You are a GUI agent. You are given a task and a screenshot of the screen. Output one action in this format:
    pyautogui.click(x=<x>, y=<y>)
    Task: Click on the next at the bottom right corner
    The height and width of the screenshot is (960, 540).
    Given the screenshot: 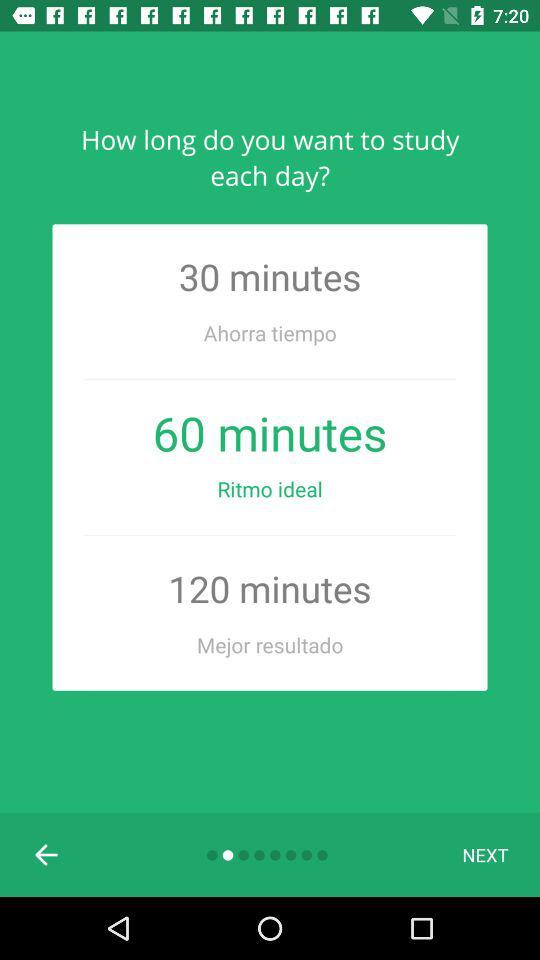 What is the action you would take?
    pyautogui.click(x=484, y=853)
    